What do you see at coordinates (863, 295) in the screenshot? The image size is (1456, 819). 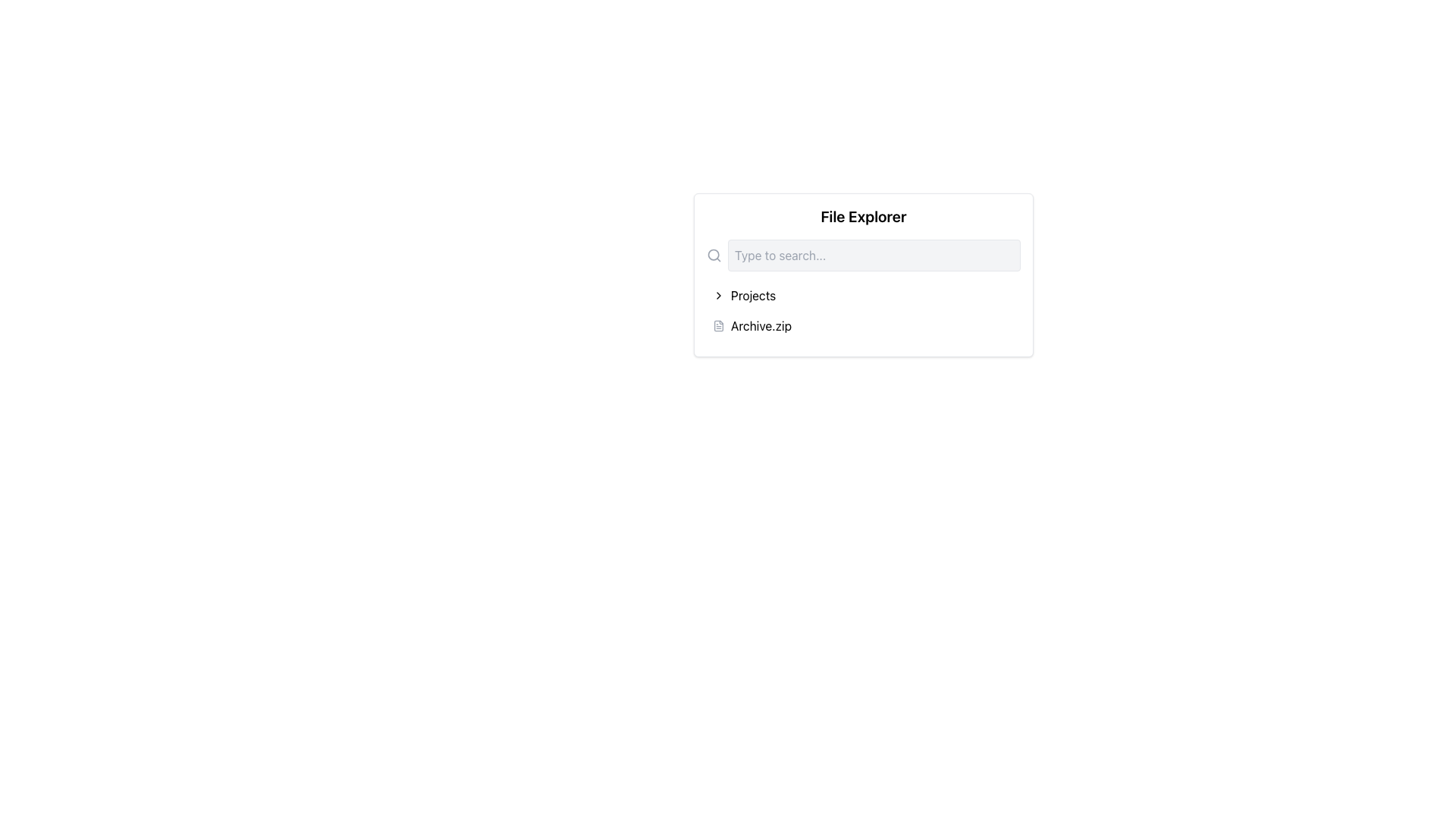 I see `the first list item in the file explorer interface, which navigates to 'Projects' and is positioned below the search bar and above 'Archive.zip'` at bounding box center [863, 295].